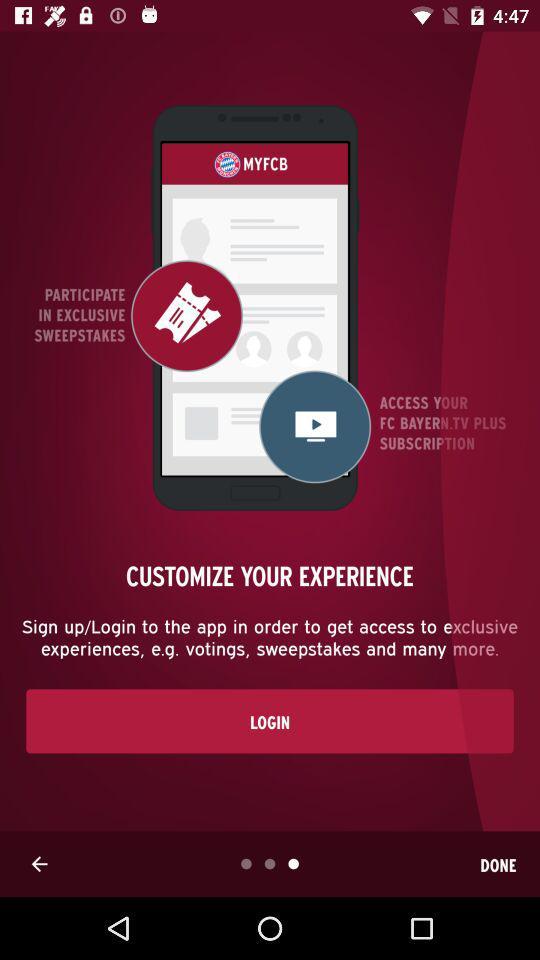 The image size is (540, 960). What do you see at coordinates (39, 863) in the screenshot?
I see `the icon below the login item` at bounding box center [39, 863].